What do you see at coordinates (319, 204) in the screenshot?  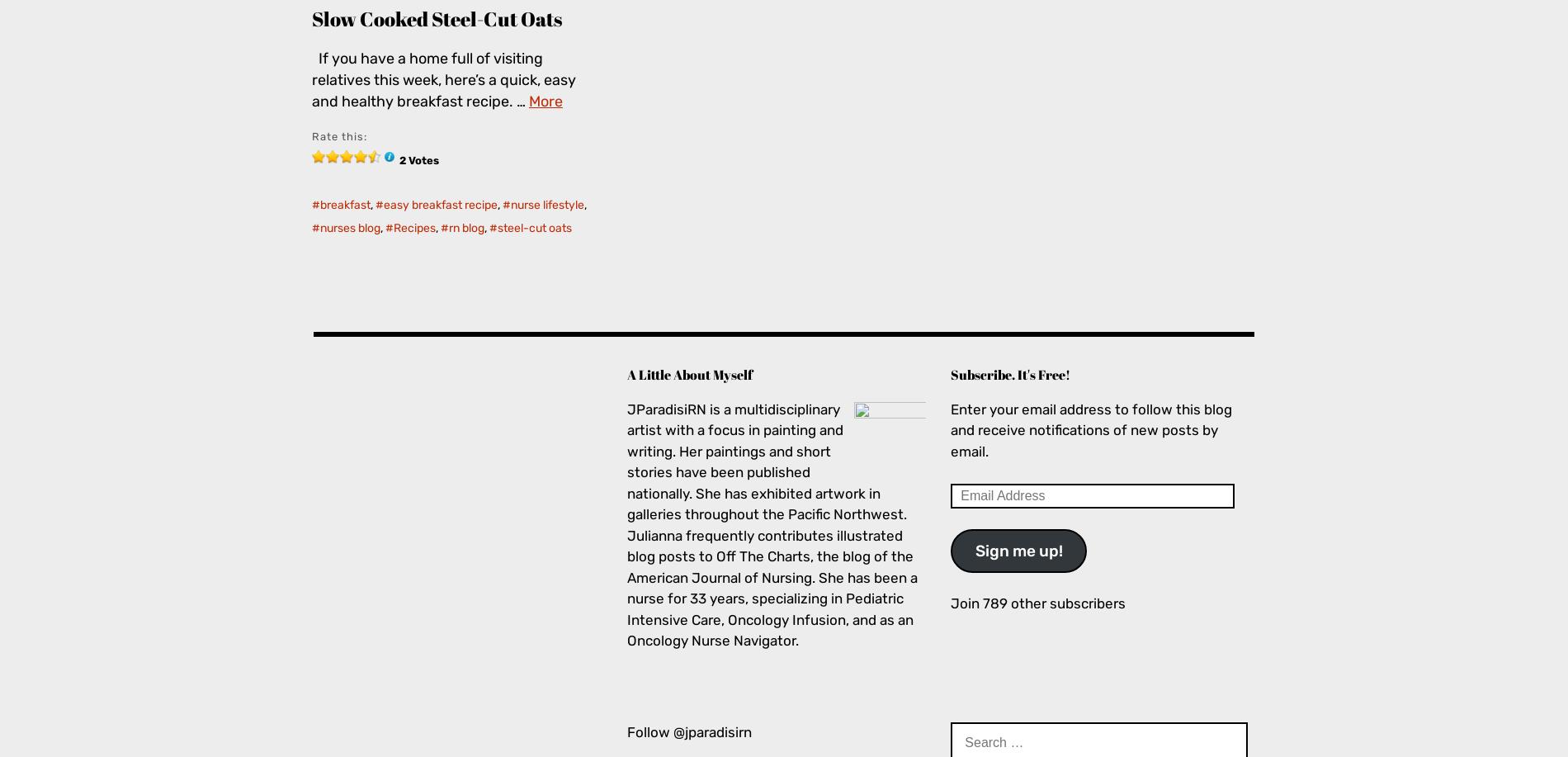 I see `'breakfast'` at bounding box center [319, 204].